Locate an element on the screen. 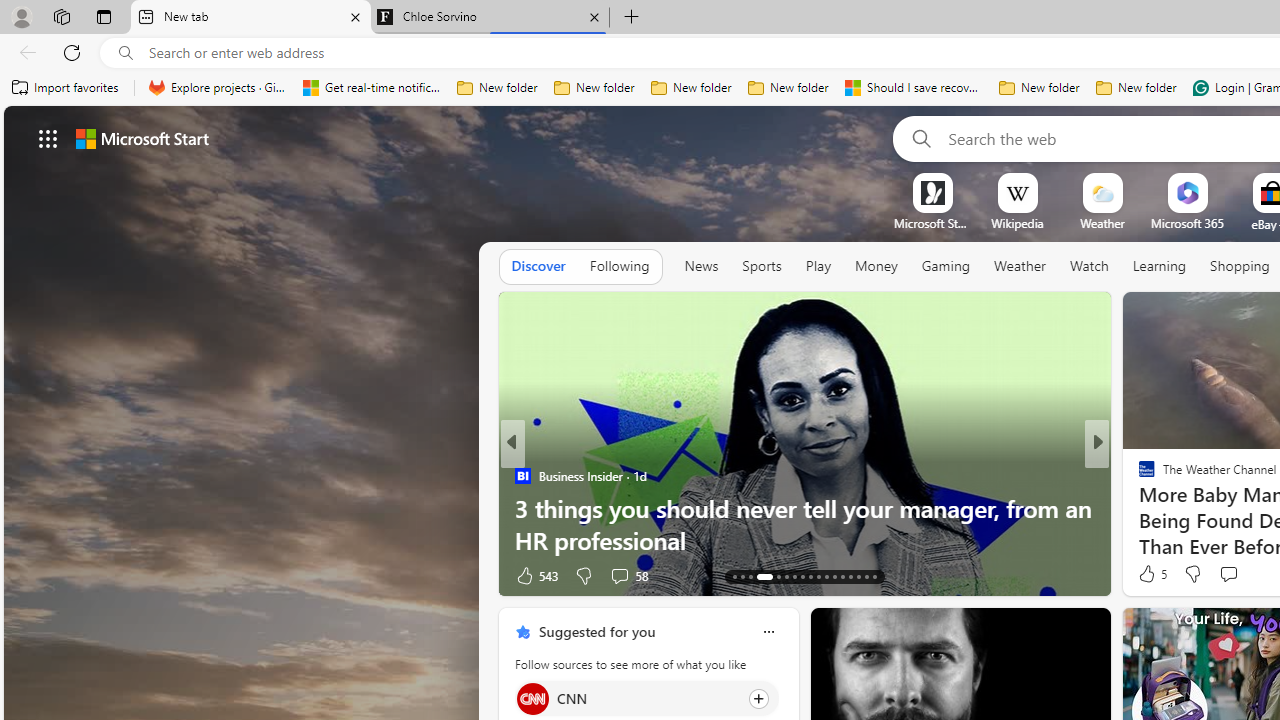  'AutomationID: tab-14' is located at coordinates (742, 577).